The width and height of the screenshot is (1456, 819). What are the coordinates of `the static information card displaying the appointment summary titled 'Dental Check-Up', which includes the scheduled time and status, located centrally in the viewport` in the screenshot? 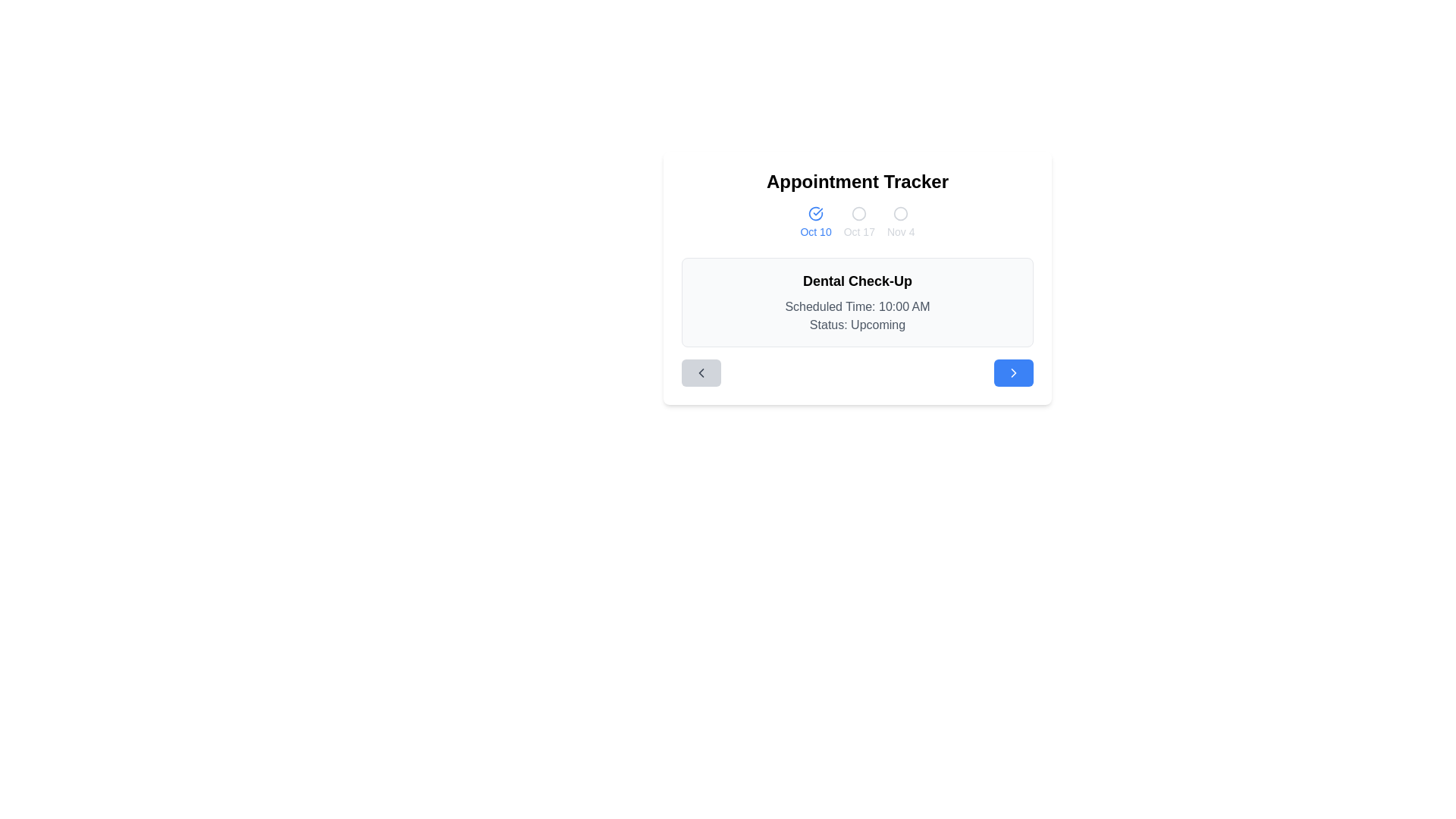 It's located at (858, 302).